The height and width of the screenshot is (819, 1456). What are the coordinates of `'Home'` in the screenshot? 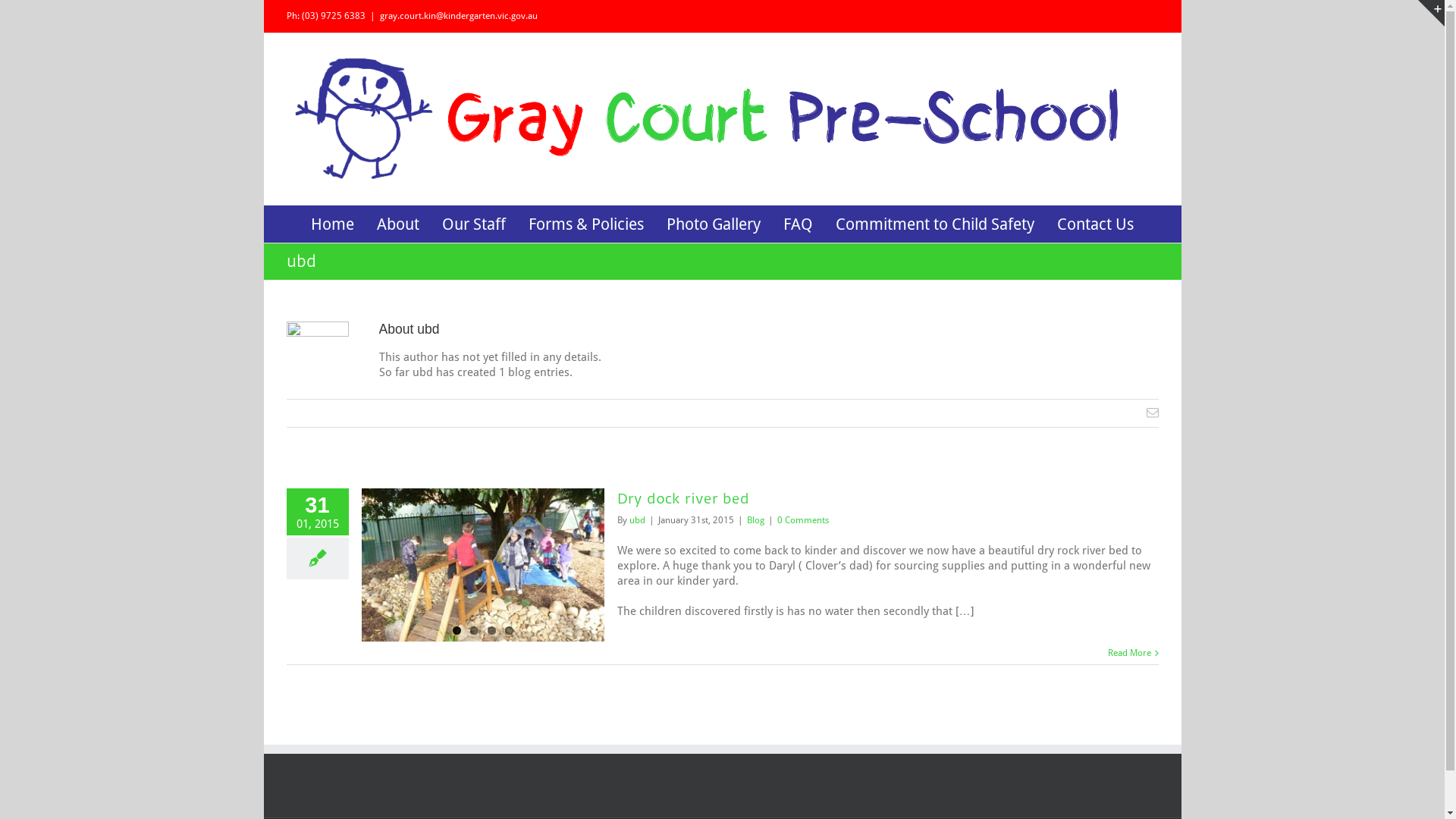 It's located at (331, 223).